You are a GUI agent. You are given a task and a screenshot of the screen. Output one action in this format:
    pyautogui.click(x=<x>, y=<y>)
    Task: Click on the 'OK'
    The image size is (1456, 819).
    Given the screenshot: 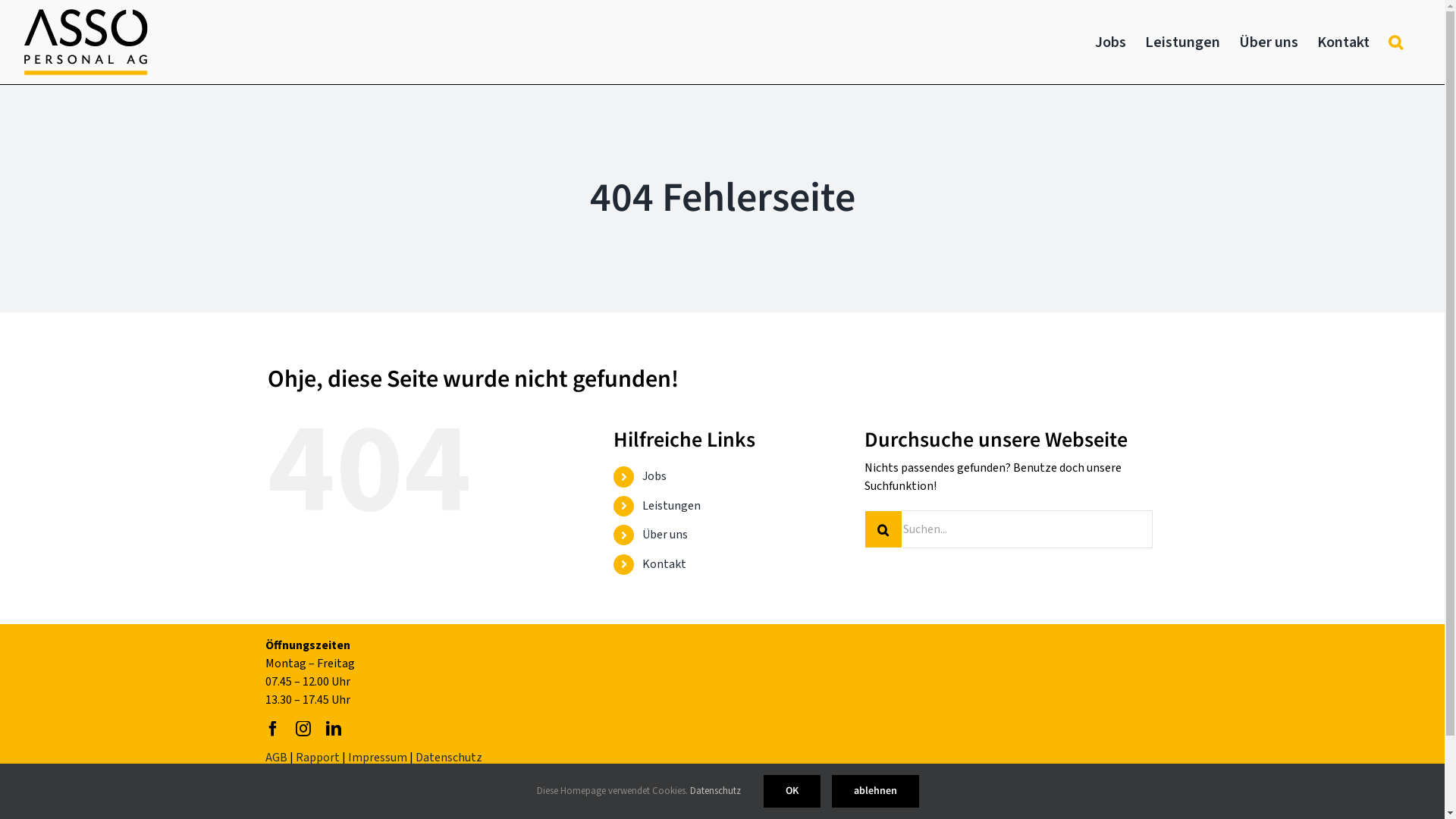 What is the action you would take?
    pyautogui.click(x=791, y=790)
    